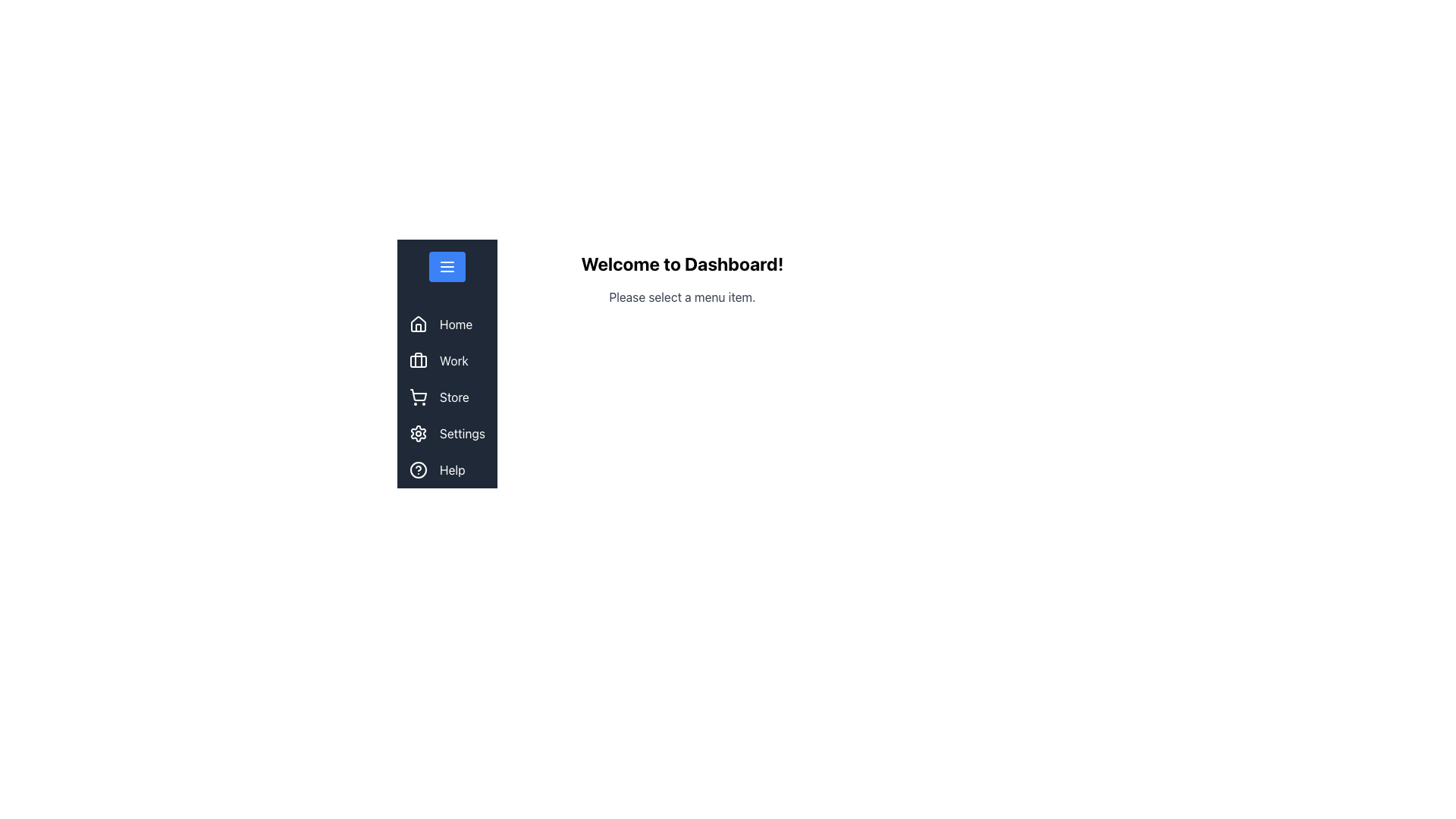 The width and height of the screenshot is (1456, 819). What do you see at coordinates (447, 360) in the screenshot?
I see `the 'Work' button in the vertical navigation menu` at bounding box center [447, 360].